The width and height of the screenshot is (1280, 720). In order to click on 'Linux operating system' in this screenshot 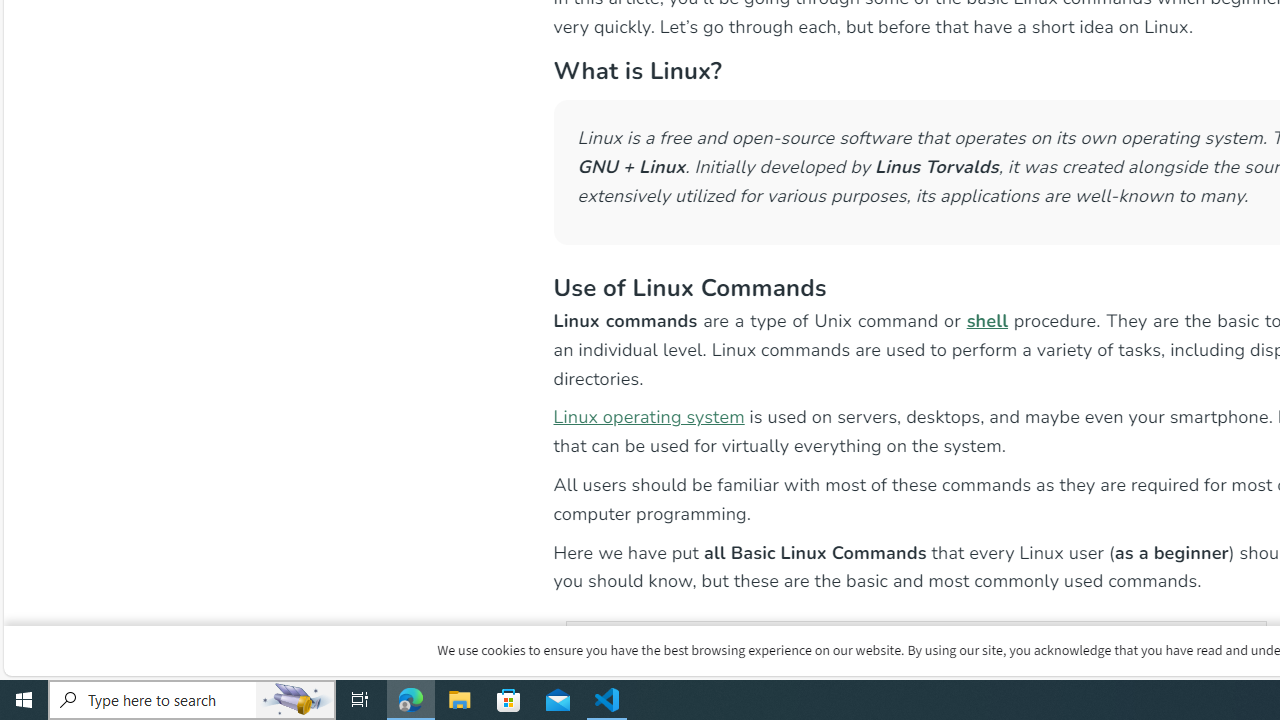, I will do `click(648, 416)`.